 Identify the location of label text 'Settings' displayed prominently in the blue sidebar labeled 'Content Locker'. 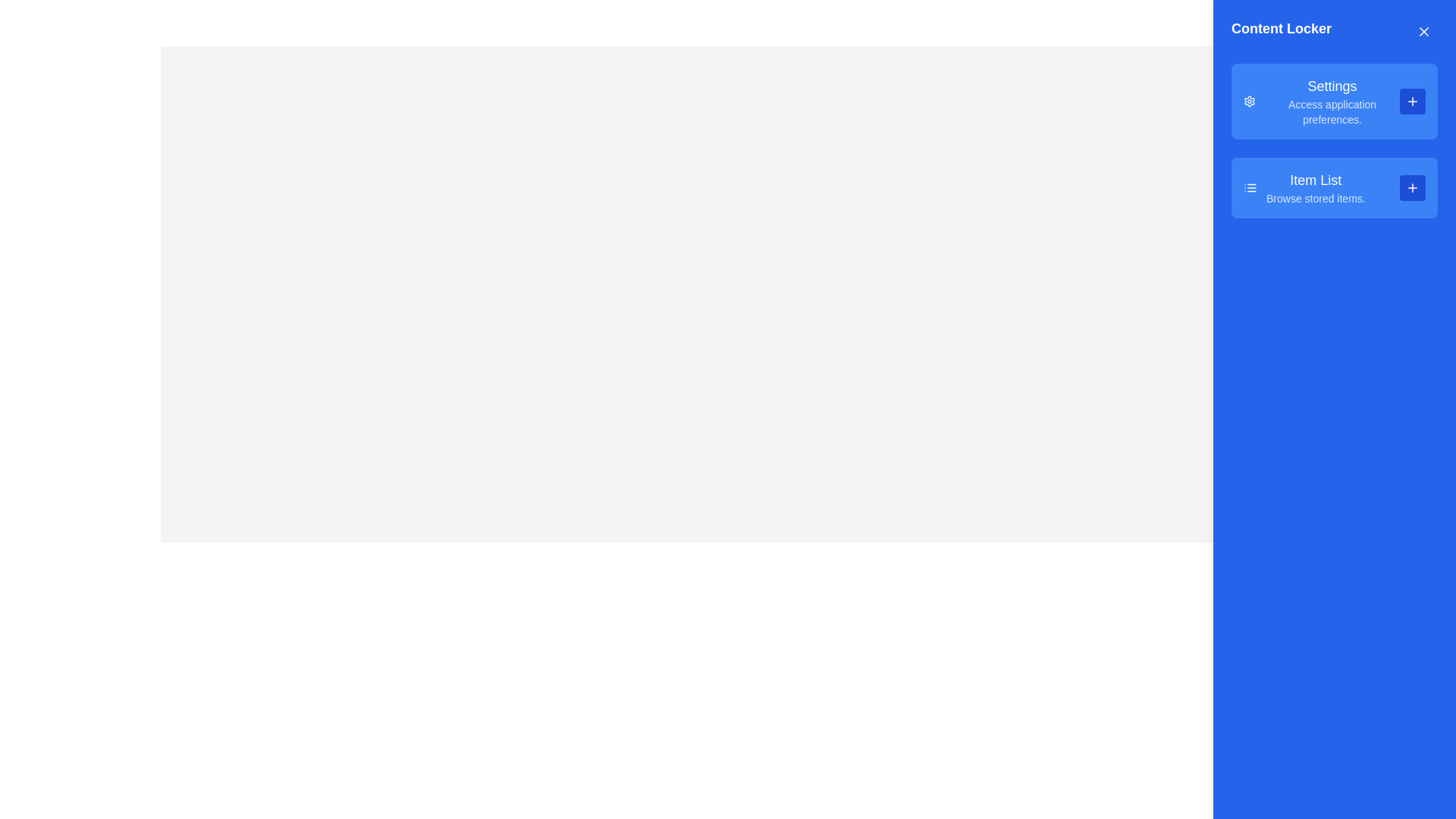
(1332, 86).